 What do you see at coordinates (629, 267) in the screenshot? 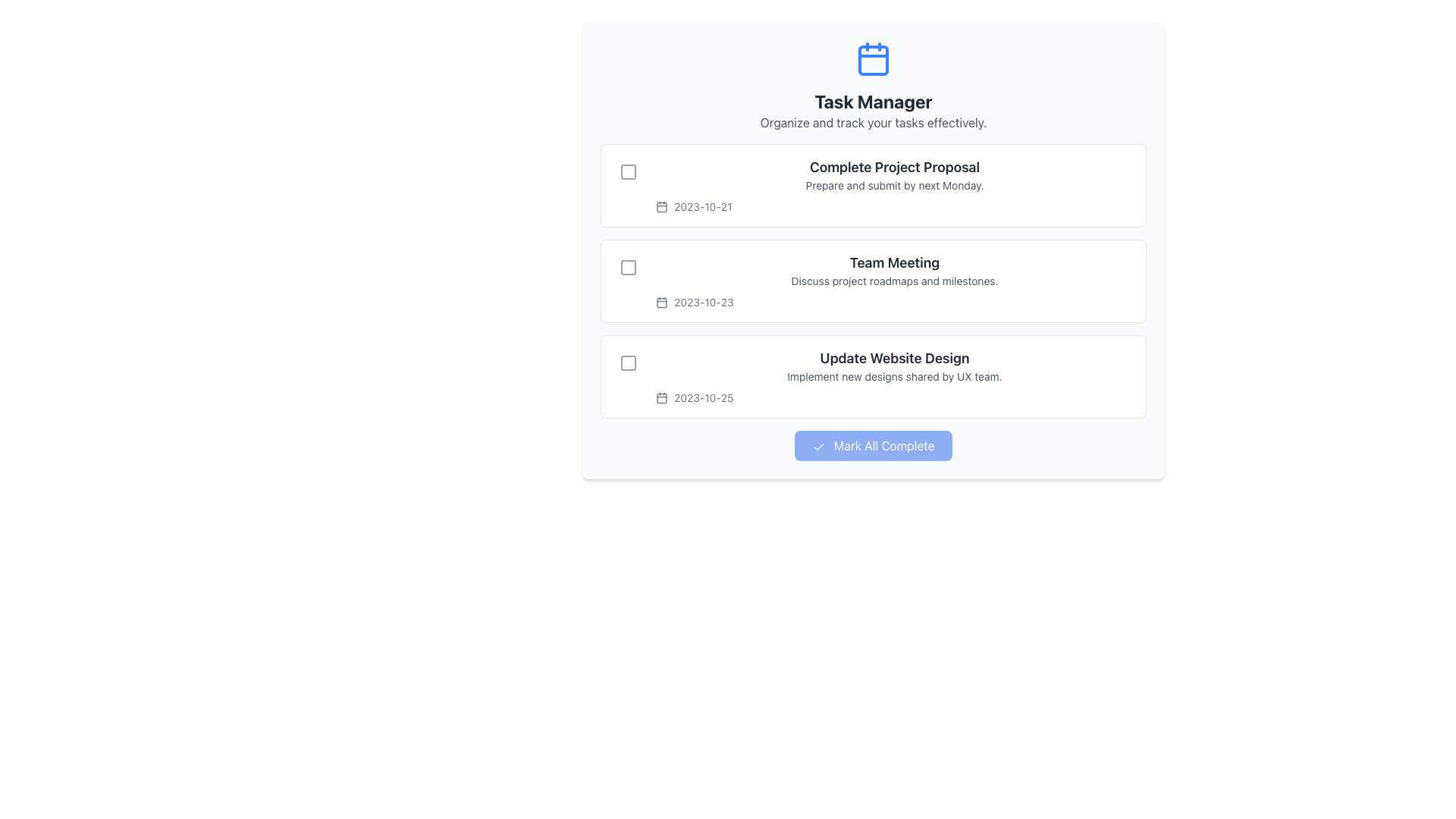
I see `the Checkbox-like toggle icon for the task 'Team Meeting'` at bounding box center [629, 267].